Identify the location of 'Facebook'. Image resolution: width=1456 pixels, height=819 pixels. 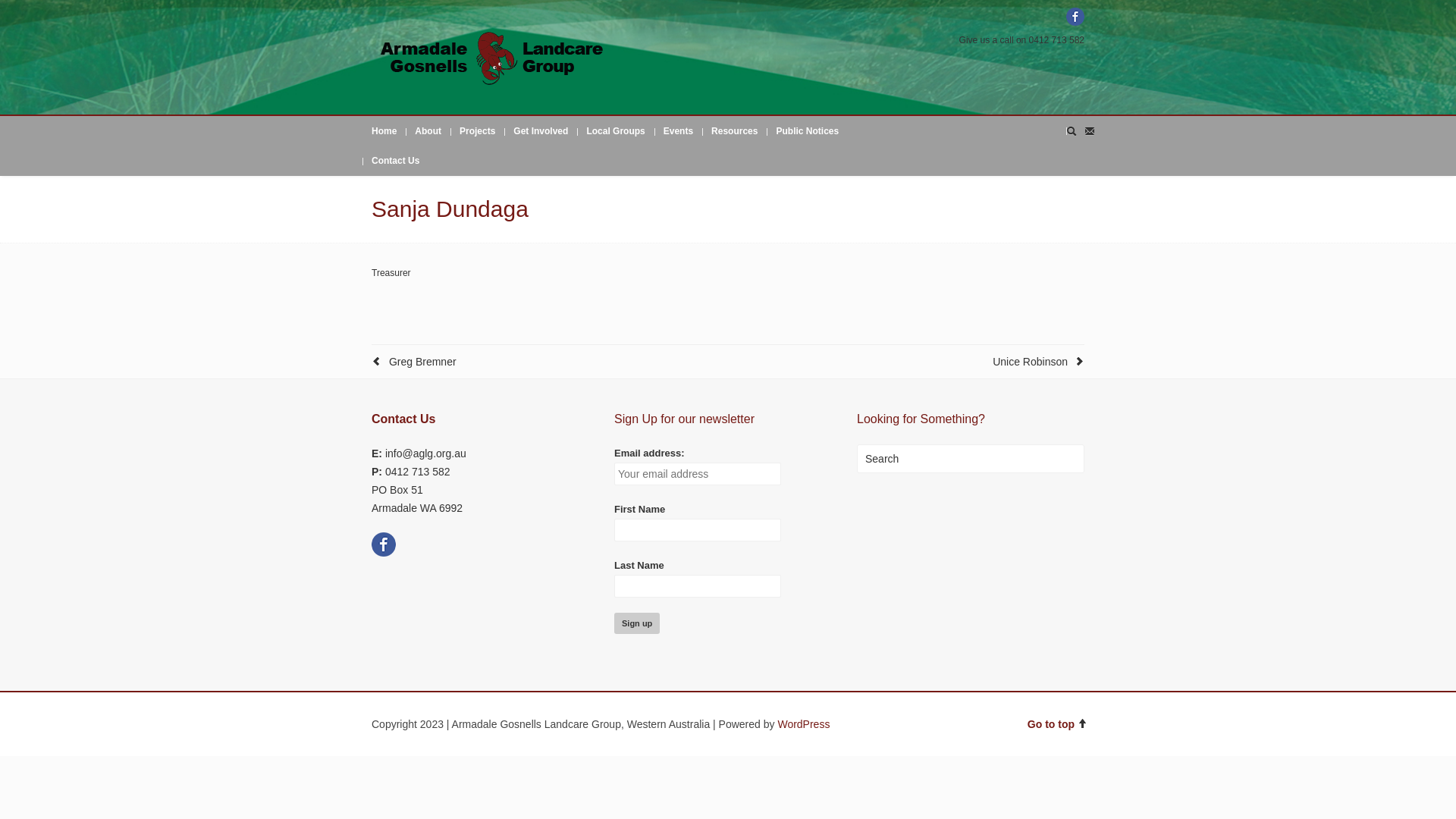
(1074, 17).